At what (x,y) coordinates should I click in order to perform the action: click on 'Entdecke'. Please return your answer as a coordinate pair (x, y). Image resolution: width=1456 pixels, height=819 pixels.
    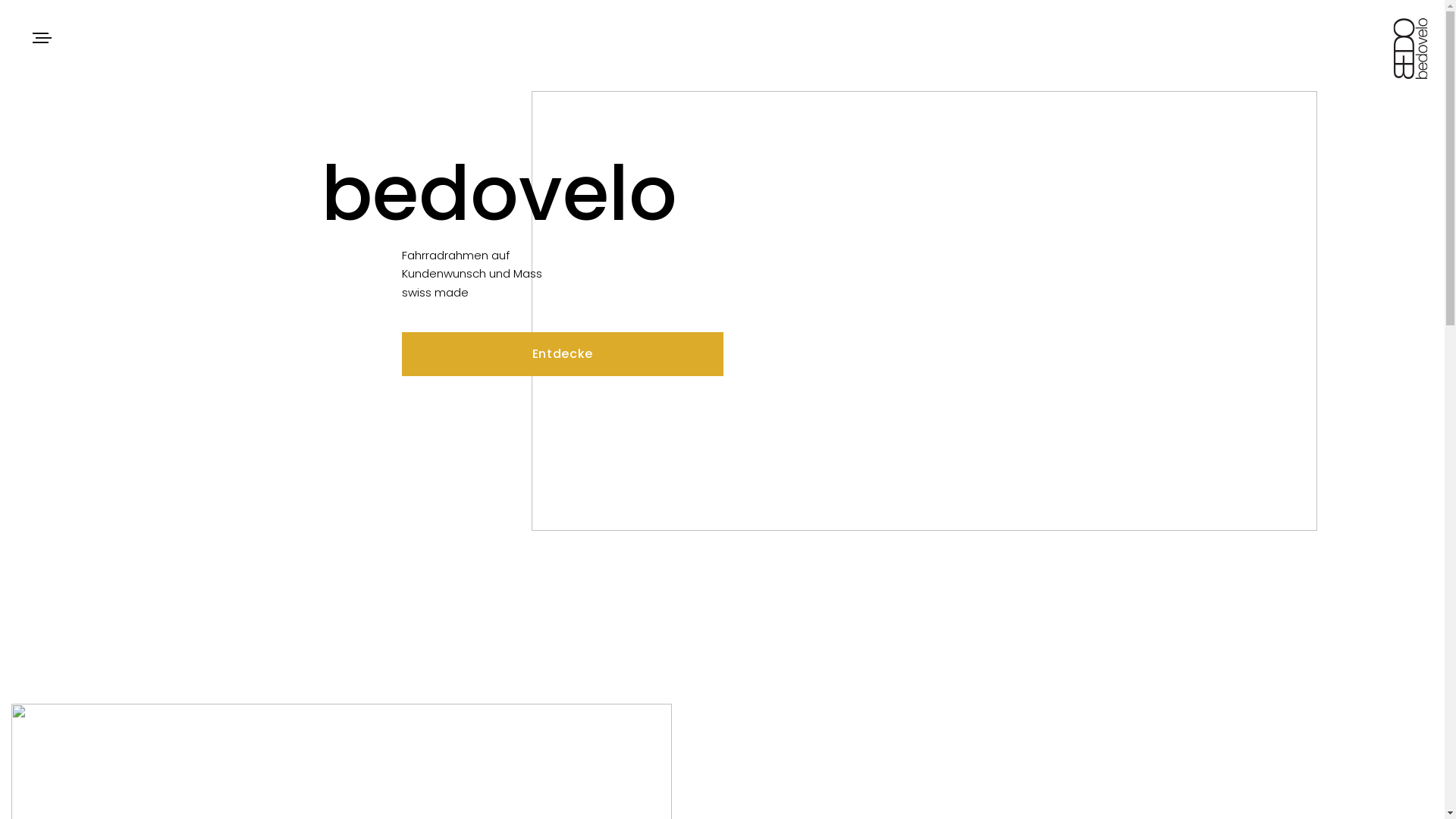
    Looking at the image, I should click on (562, 353).